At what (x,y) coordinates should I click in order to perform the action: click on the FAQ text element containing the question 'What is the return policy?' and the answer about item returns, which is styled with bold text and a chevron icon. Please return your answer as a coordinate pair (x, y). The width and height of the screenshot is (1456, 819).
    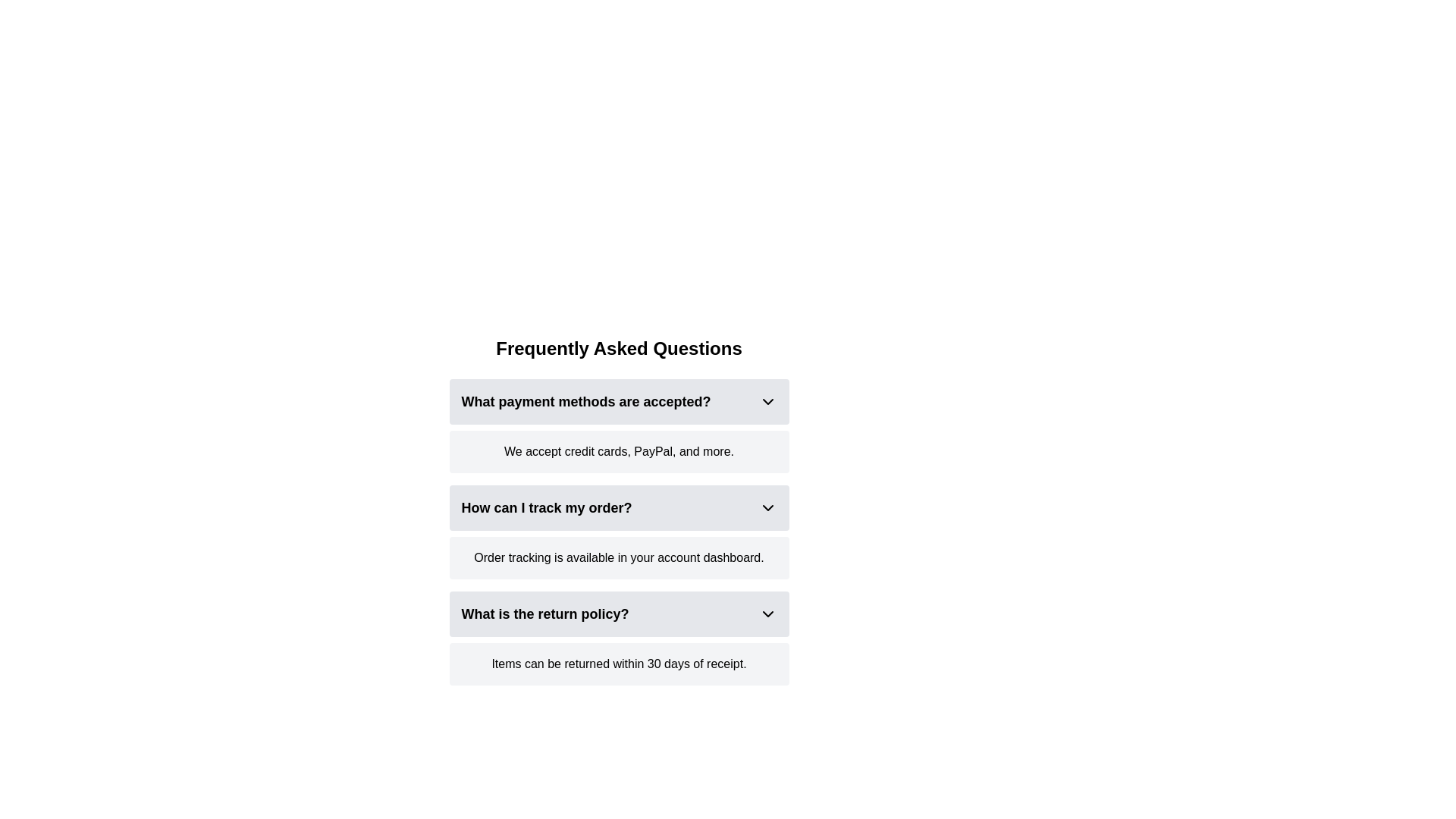
    Looking at the image, I should click on (619, 638).